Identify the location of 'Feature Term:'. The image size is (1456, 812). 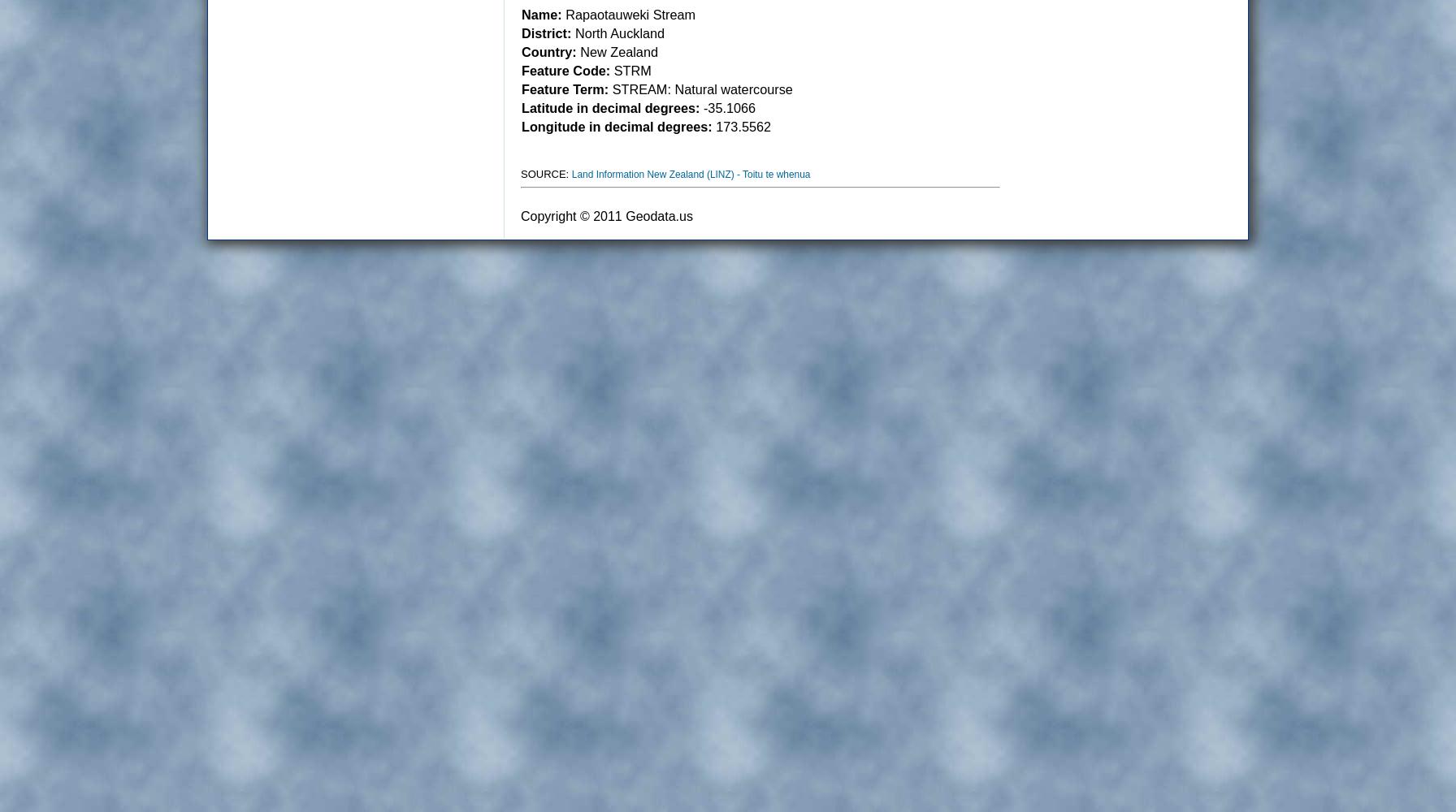
(565, 89).